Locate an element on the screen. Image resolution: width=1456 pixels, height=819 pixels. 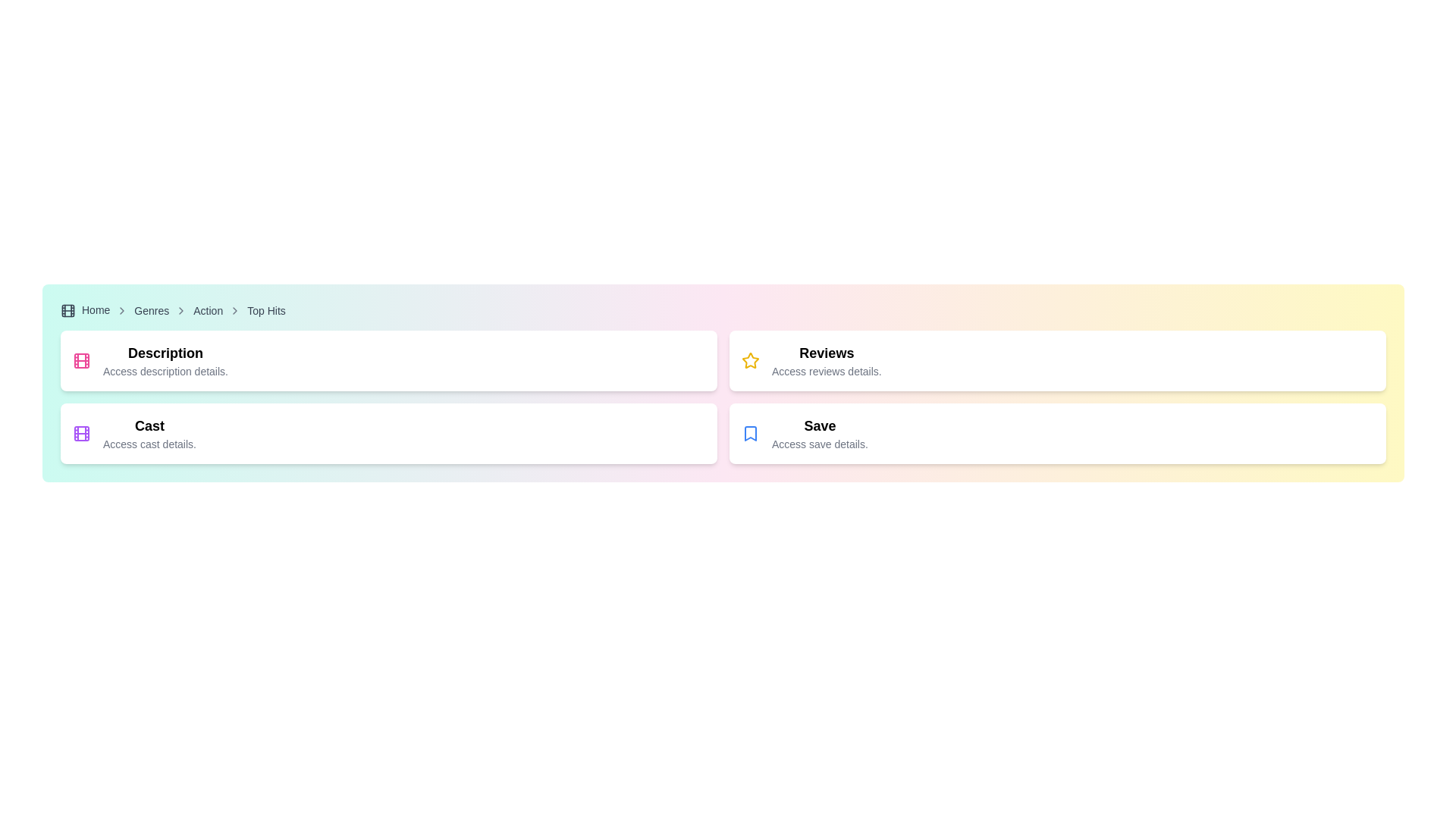
the right-oriented chevron icon in the breadcrumb navigation bar, which is located between the 'Home' and 'Genres' links is located at coordinates (122, 309).